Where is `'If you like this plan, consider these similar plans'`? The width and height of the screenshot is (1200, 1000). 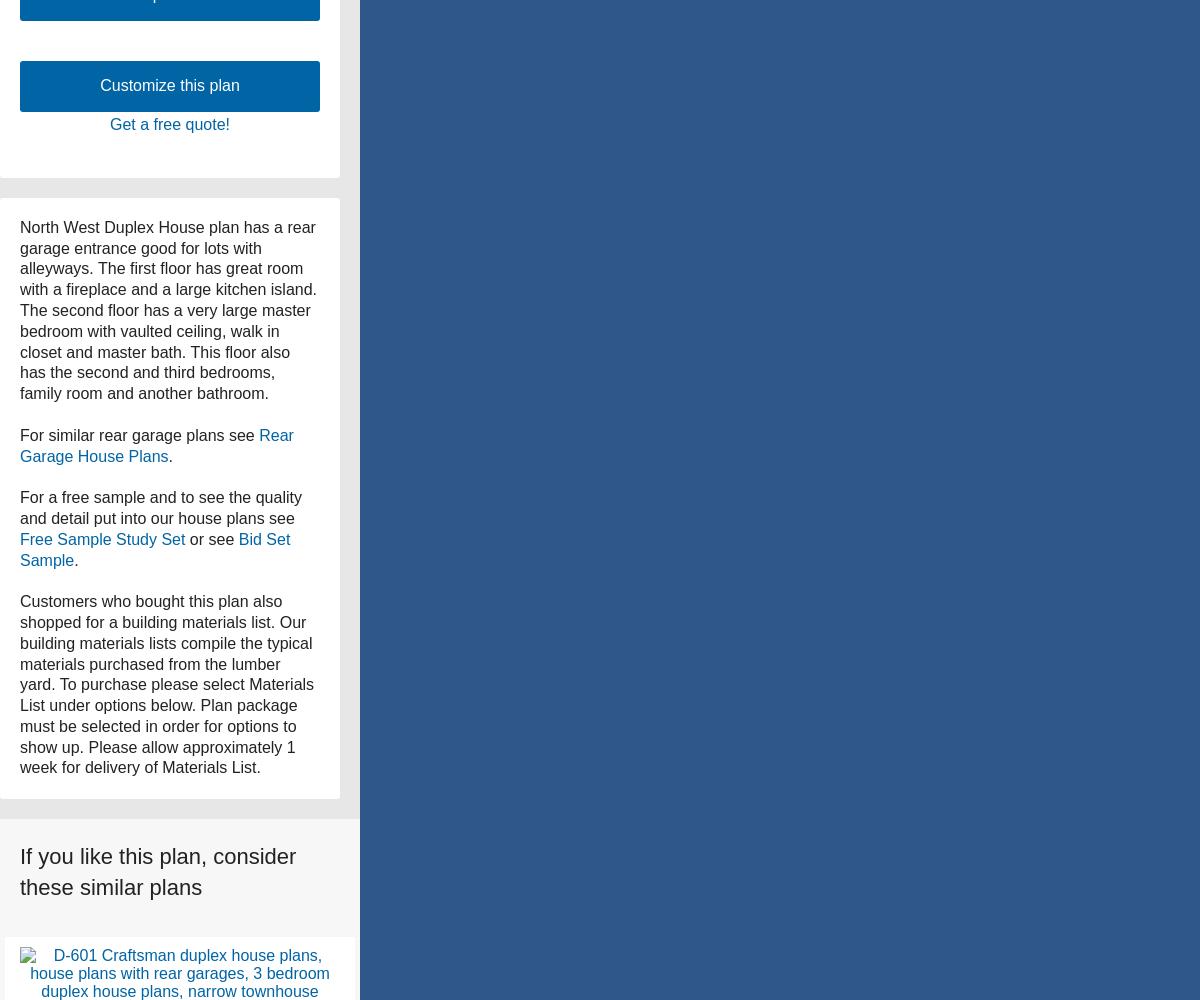
'If you like this plan, consider these similar plans' is located at coordinates (157, 871).